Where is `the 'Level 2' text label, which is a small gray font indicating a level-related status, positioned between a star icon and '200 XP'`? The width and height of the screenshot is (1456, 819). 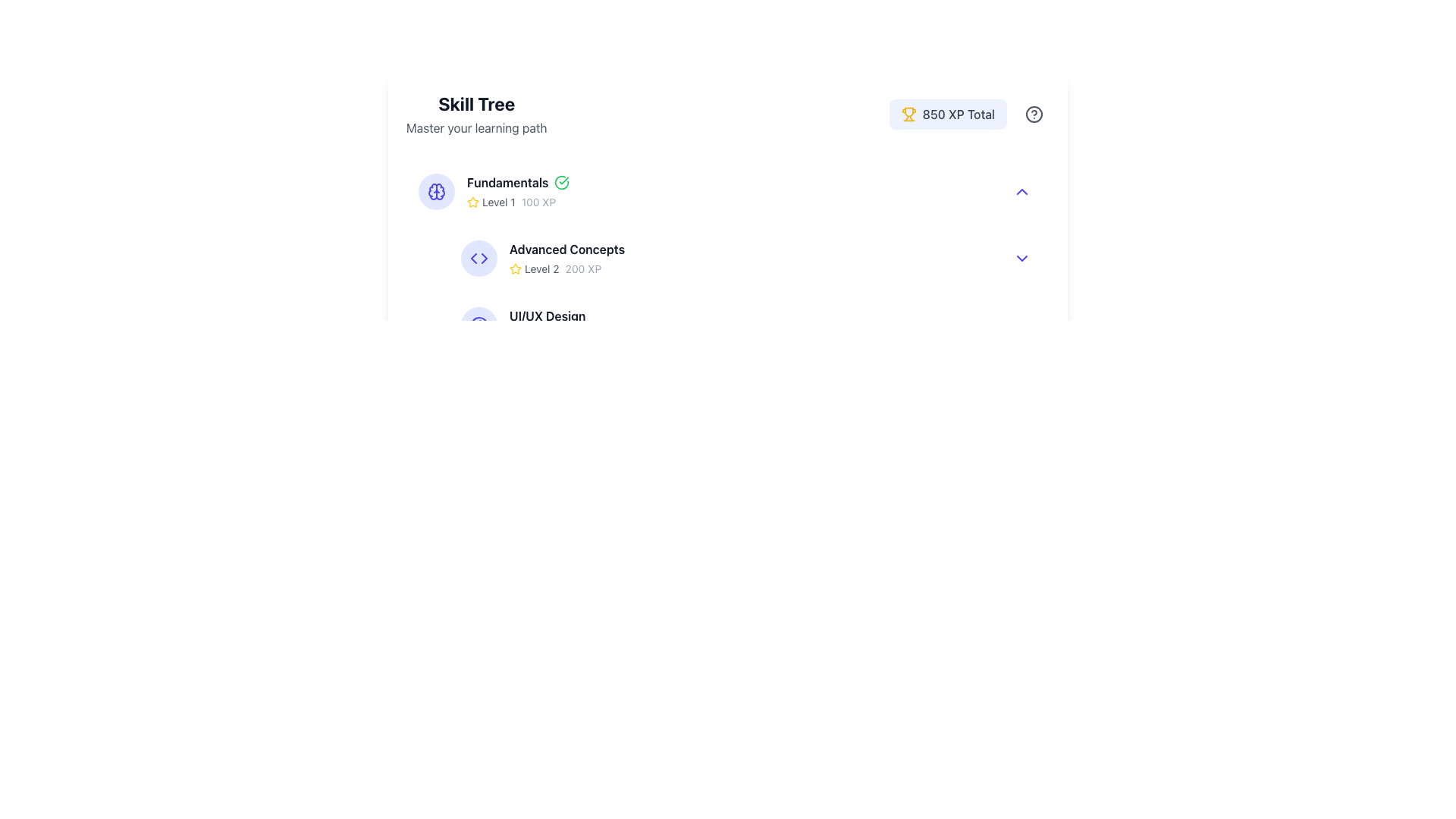
the 'Level 2' text label, which is a small gray font indicating a level-related status, positioned between a star icon and '200 XP' is located at coordinates (541, 268).